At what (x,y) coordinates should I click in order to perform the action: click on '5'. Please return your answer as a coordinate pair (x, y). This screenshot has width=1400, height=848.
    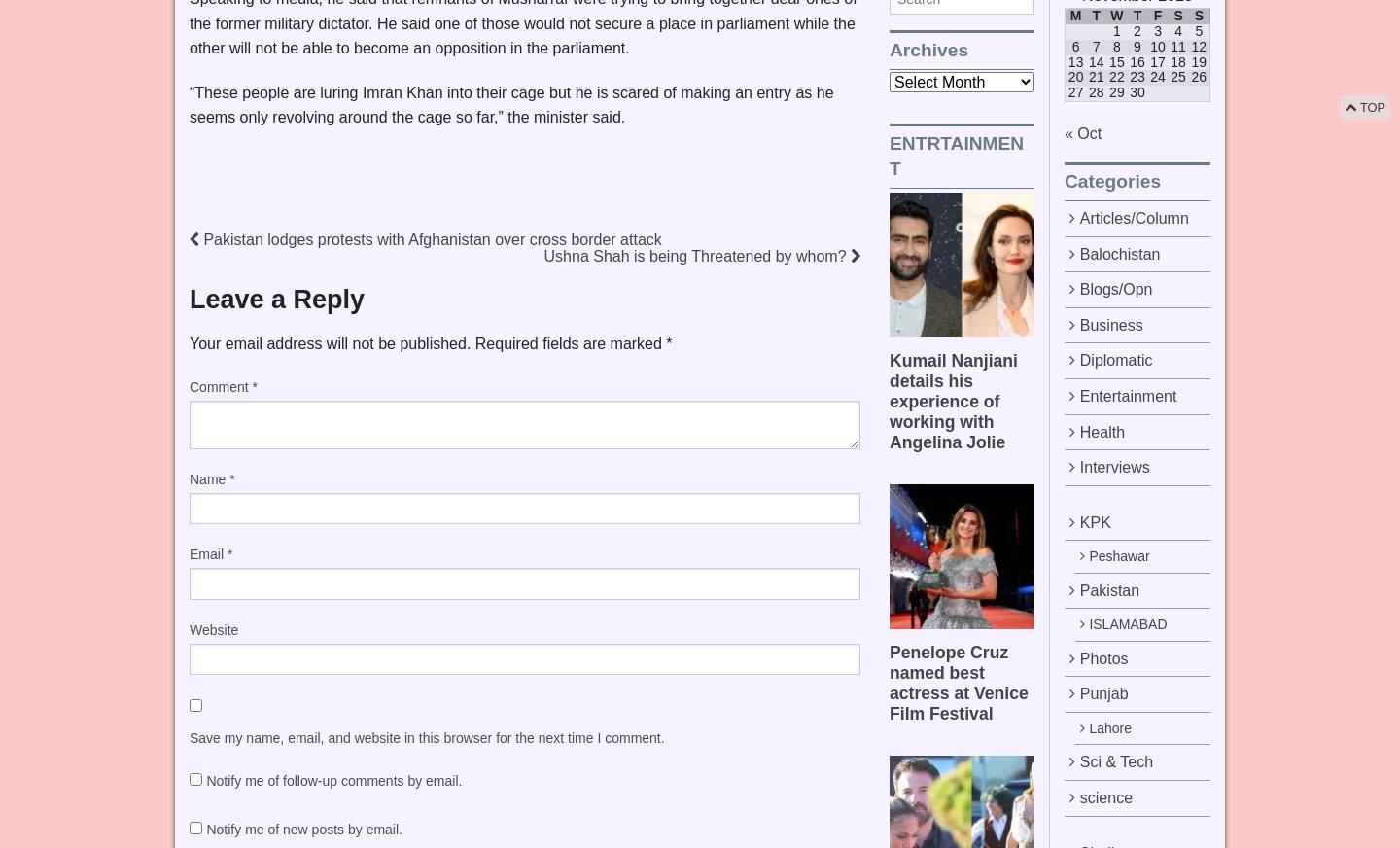
    Looking at the image, I should click on (1197, 30).